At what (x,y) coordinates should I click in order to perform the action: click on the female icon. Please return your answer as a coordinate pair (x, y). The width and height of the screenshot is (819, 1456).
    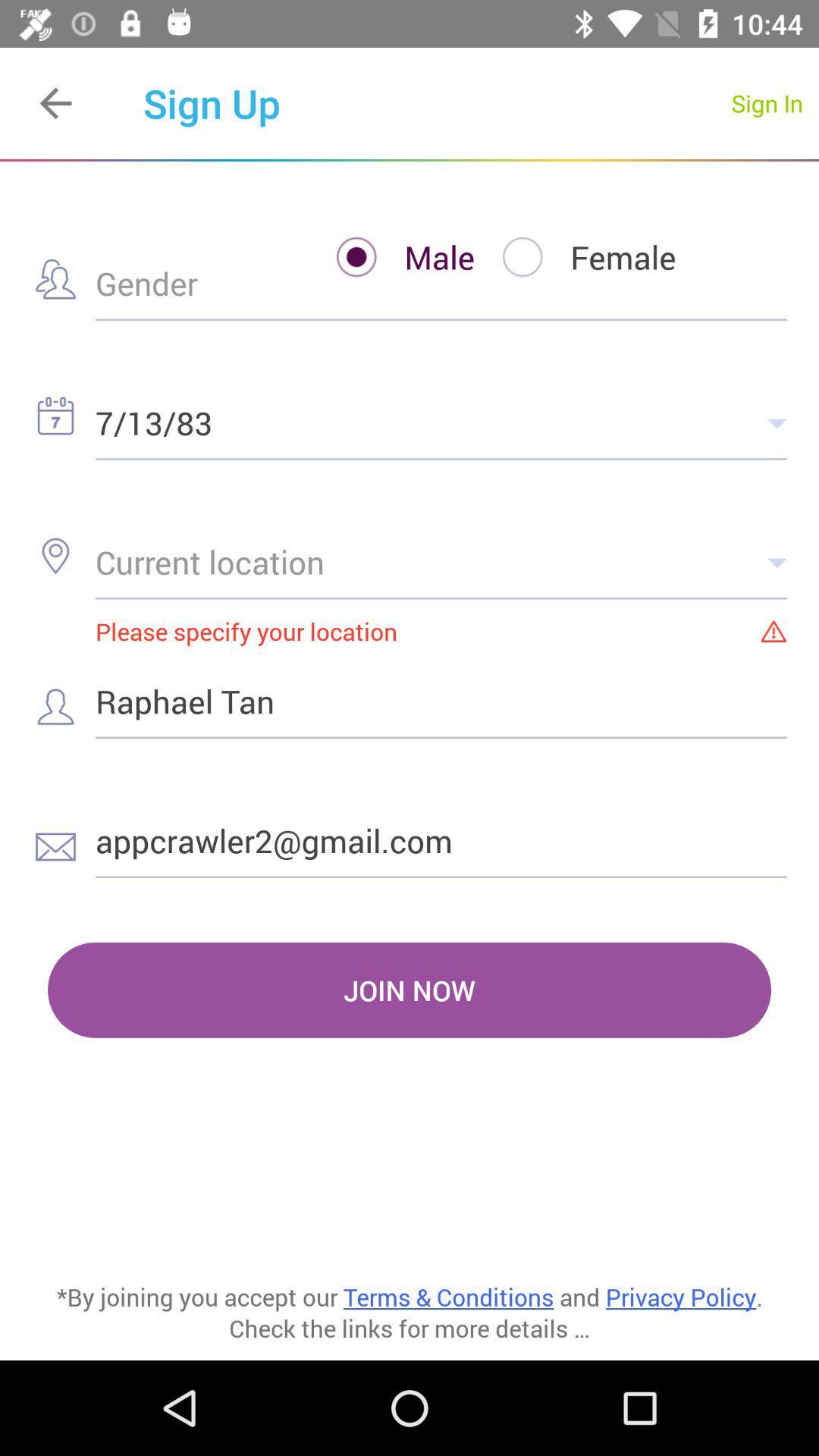
    Looking at the image, I should click on (576, 257).